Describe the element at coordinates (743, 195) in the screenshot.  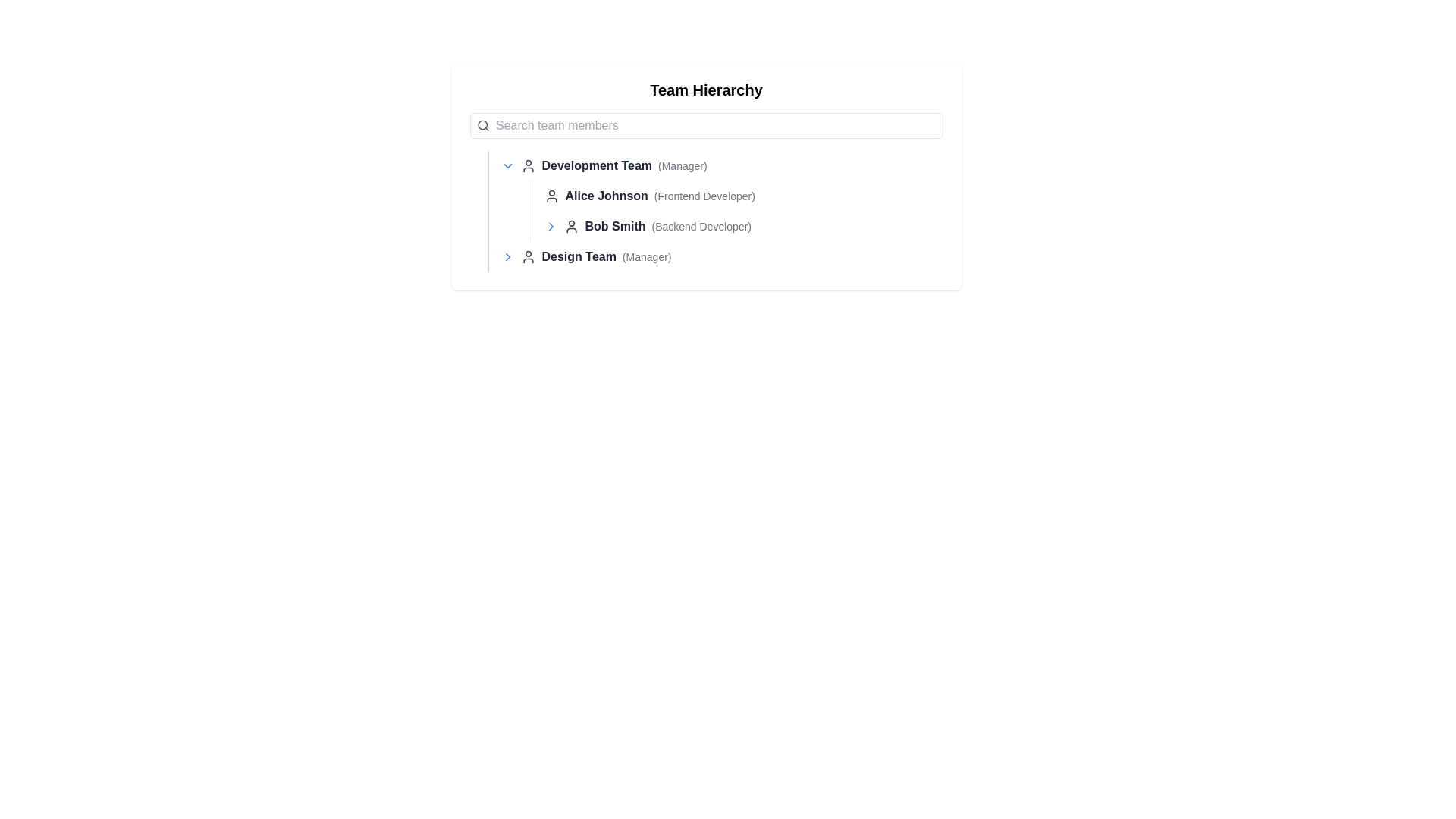
I see `the textual display element that provides information about a team member, positioned under the 'Development Team (Manager)' heading and above 'Bob Smith (Backend Developer)'` at that location.